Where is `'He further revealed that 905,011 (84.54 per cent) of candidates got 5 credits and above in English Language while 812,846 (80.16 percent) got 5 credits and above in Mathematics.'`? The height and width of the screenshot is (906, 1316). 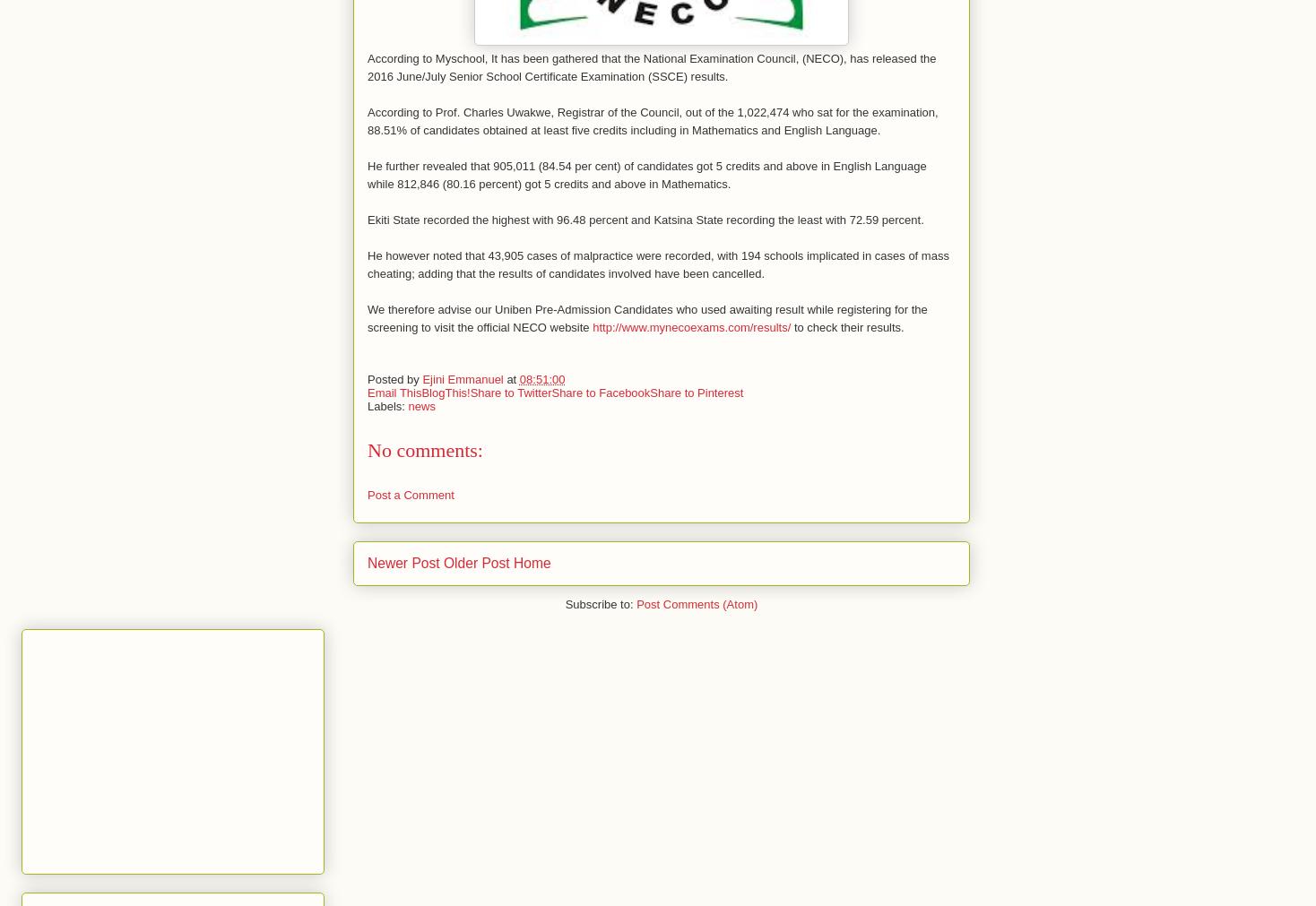 'He further revealed that 905,011 (84.54 per cent) of candidates got 5 credits and above in English Language while 812,846 (80.16 percent) got 5 credits and above in Mathematics.' is located at coordinates (646, 175).